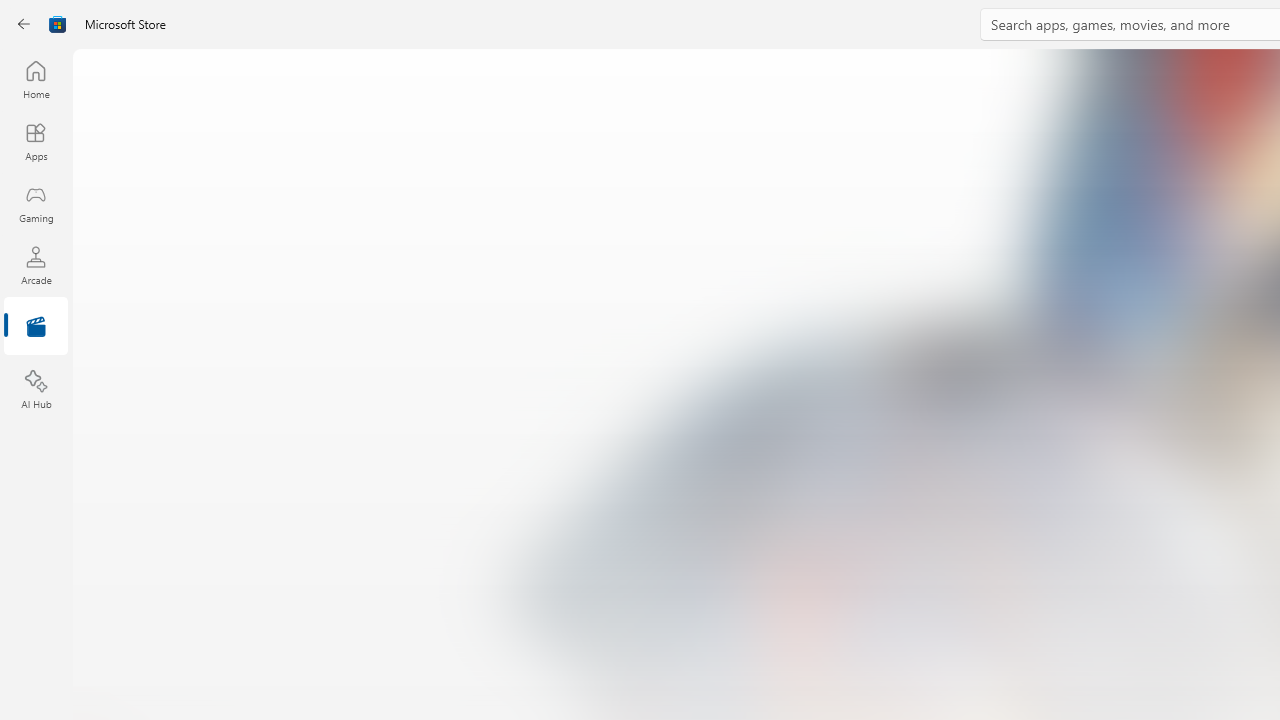 This screenshot has width=1280, height=720. What do you see at coordinates (35, 264) in the screenshot?
I see `'Arcade'` at bounding box center [35, 264].